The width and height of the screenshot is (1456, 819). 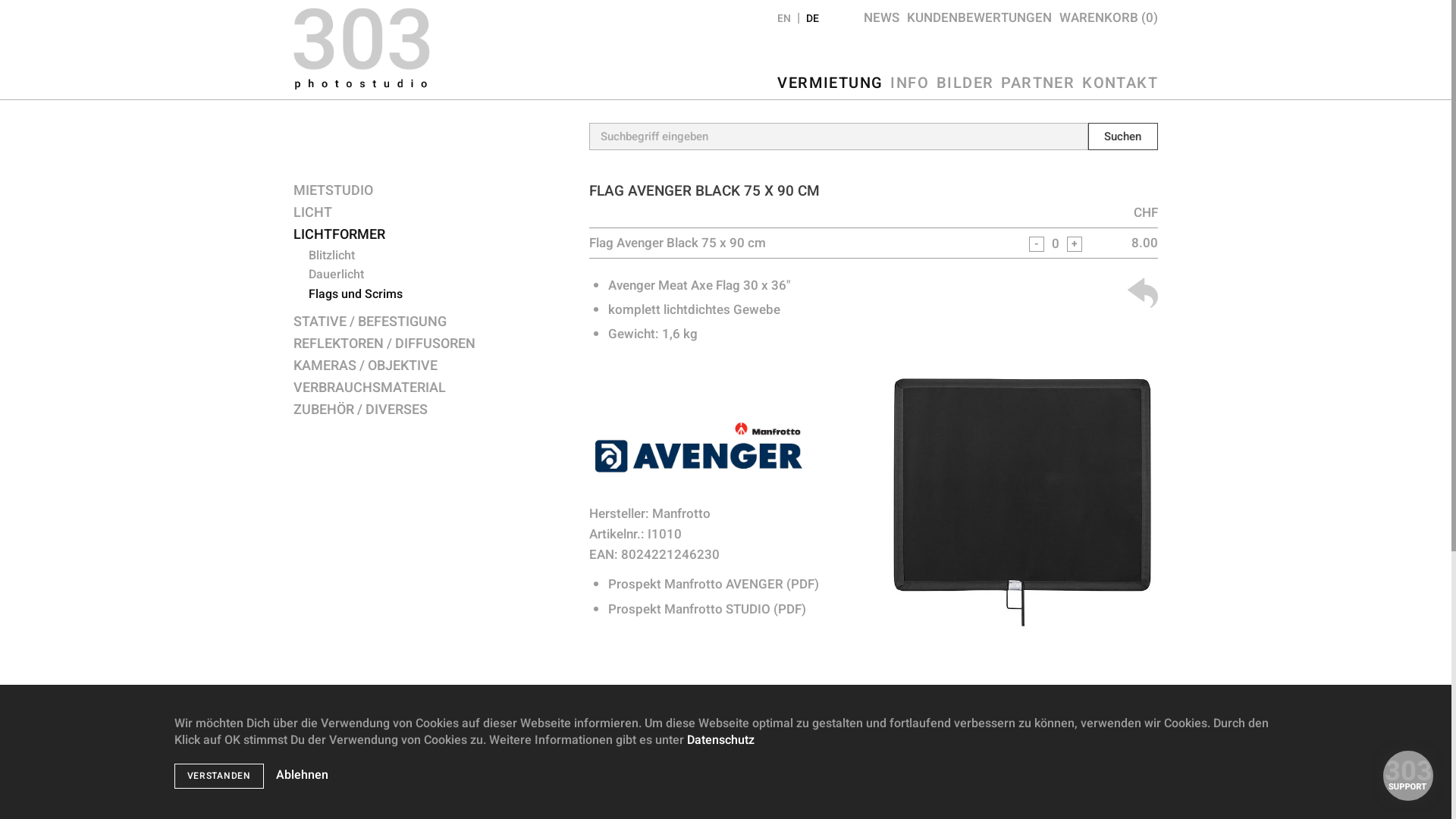 What do you see at coordinates (706, 607) in the screenshot?
I see `'Prospekt Manfrotto STUDIO (PDF)'` at bounding box center [706, 607].